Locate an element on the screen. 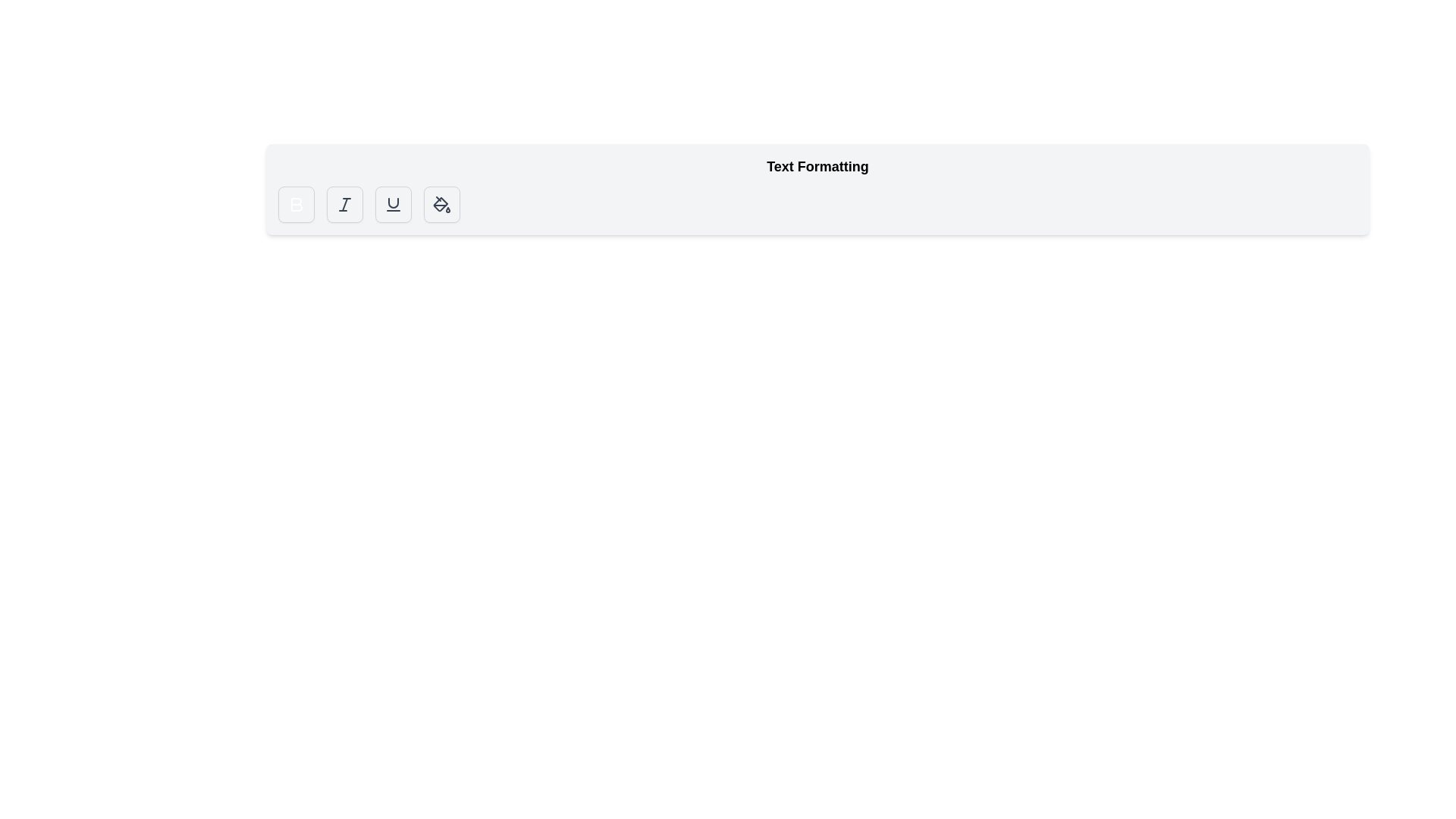  the button with an underlined U icon, which is the third button from the left in the horizontal toolbar above the text area, to apply underline is located at coordinates (393, 205).